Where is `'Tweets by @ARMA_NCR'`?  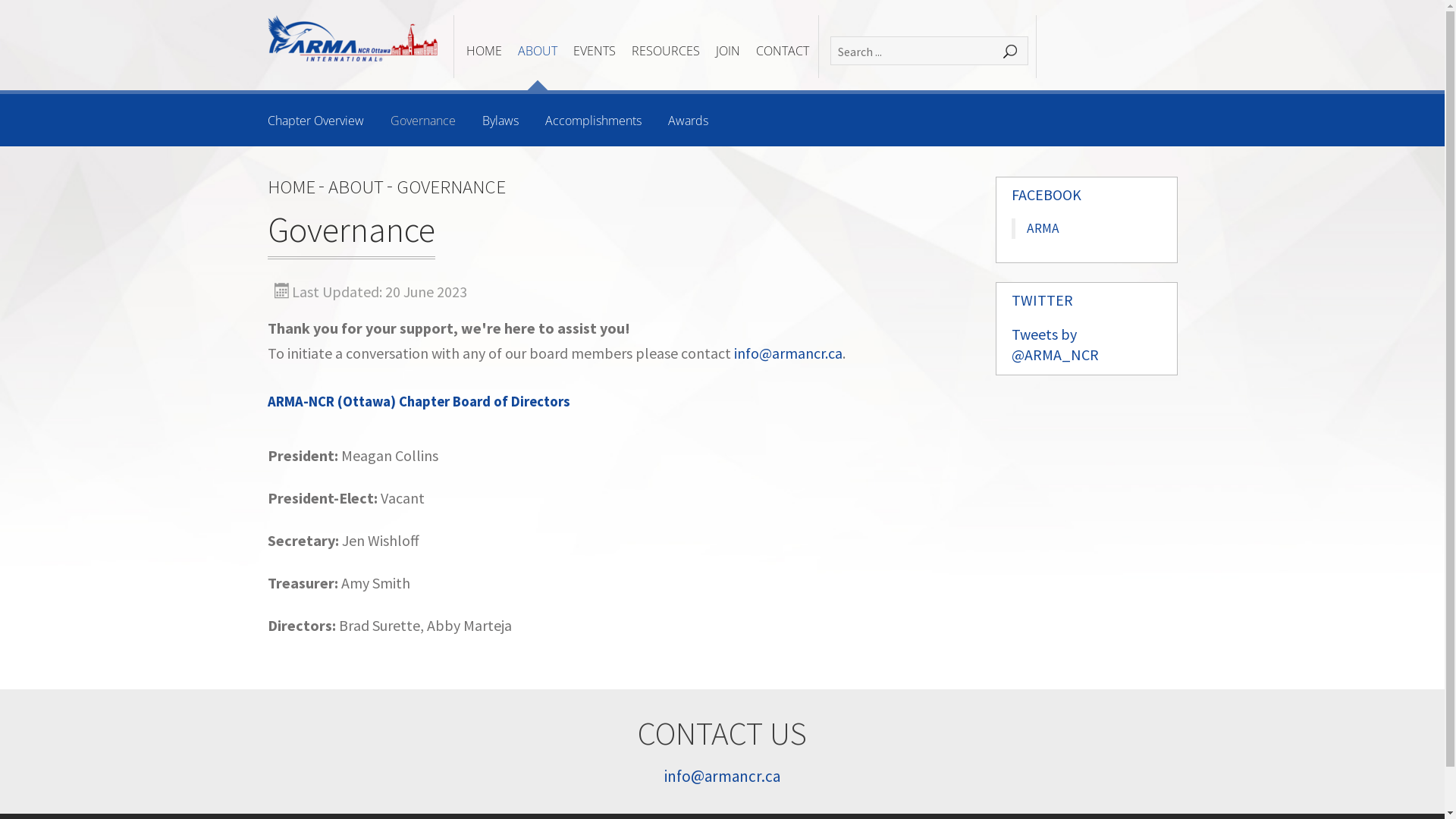 'Tweets by @ARMA_NCR' is located at coordinates (1054, 344).